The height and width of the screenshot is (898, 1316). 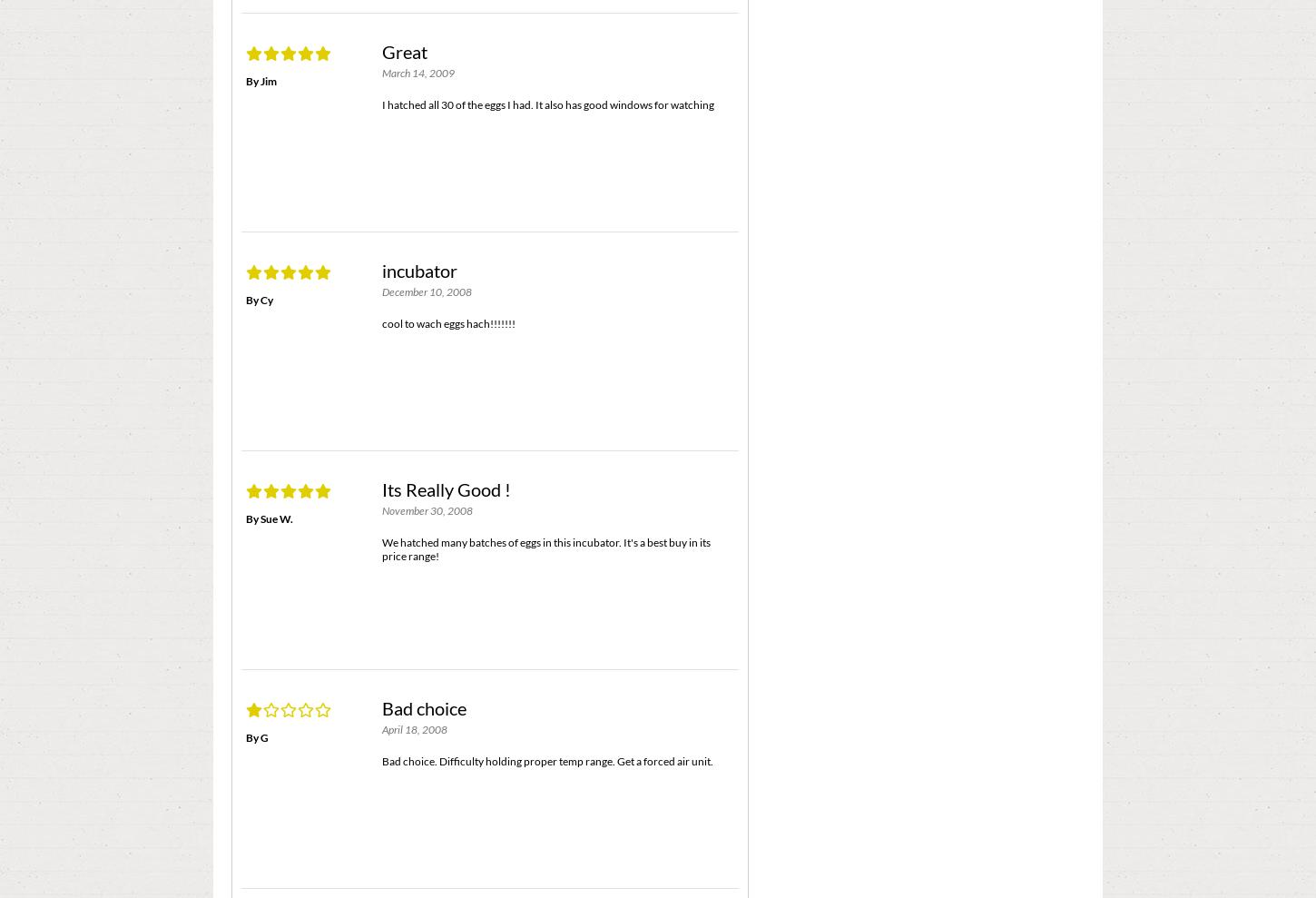 What do you see at coordinates (269, 517) in the screenshot?
I see `'By Sue W.'` at bounding box center [269, 517].